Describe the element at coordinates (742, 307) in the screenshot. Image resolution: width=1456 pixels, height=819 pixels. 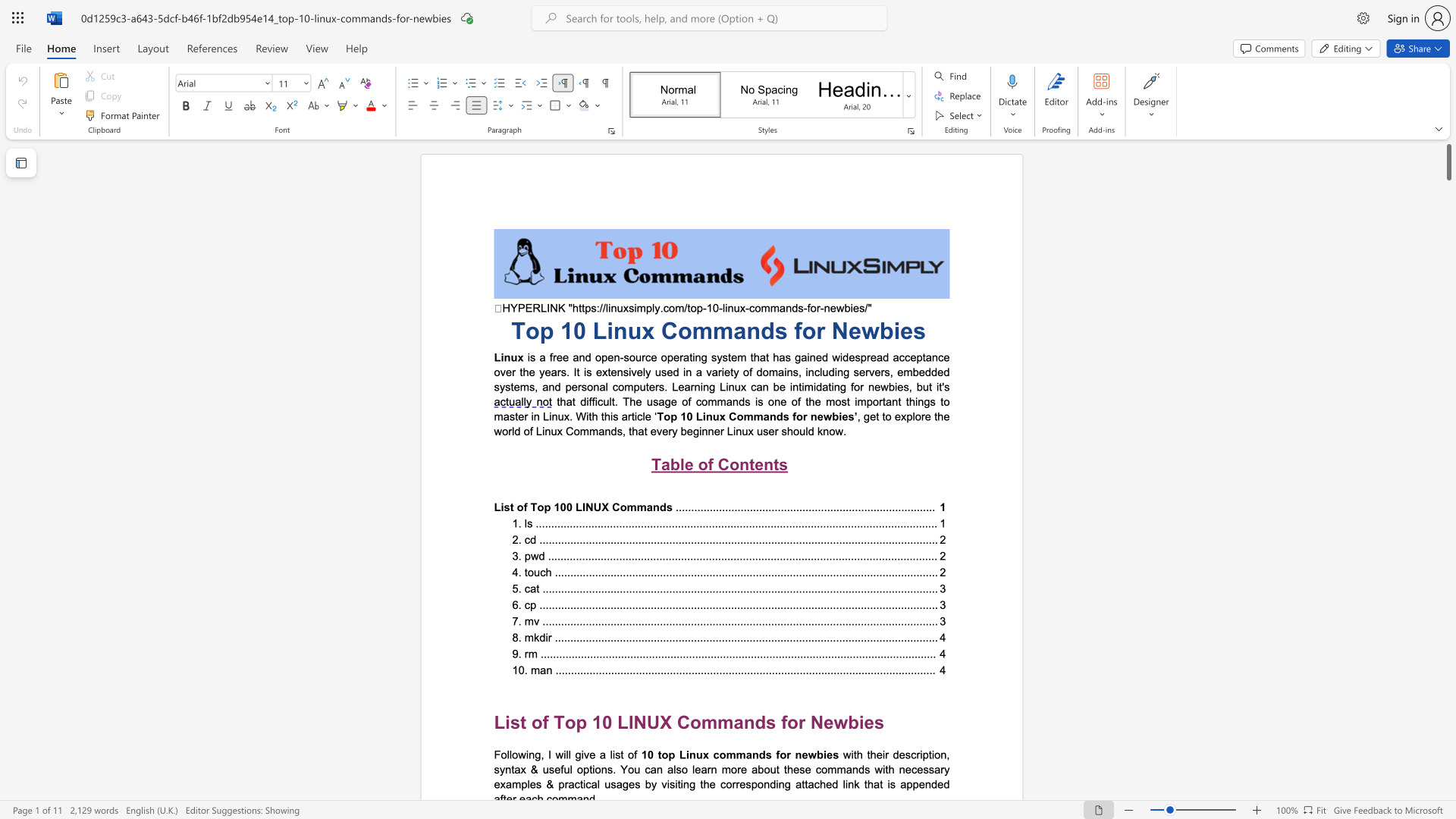
I see `the 2th character "x" in the text` at that location.